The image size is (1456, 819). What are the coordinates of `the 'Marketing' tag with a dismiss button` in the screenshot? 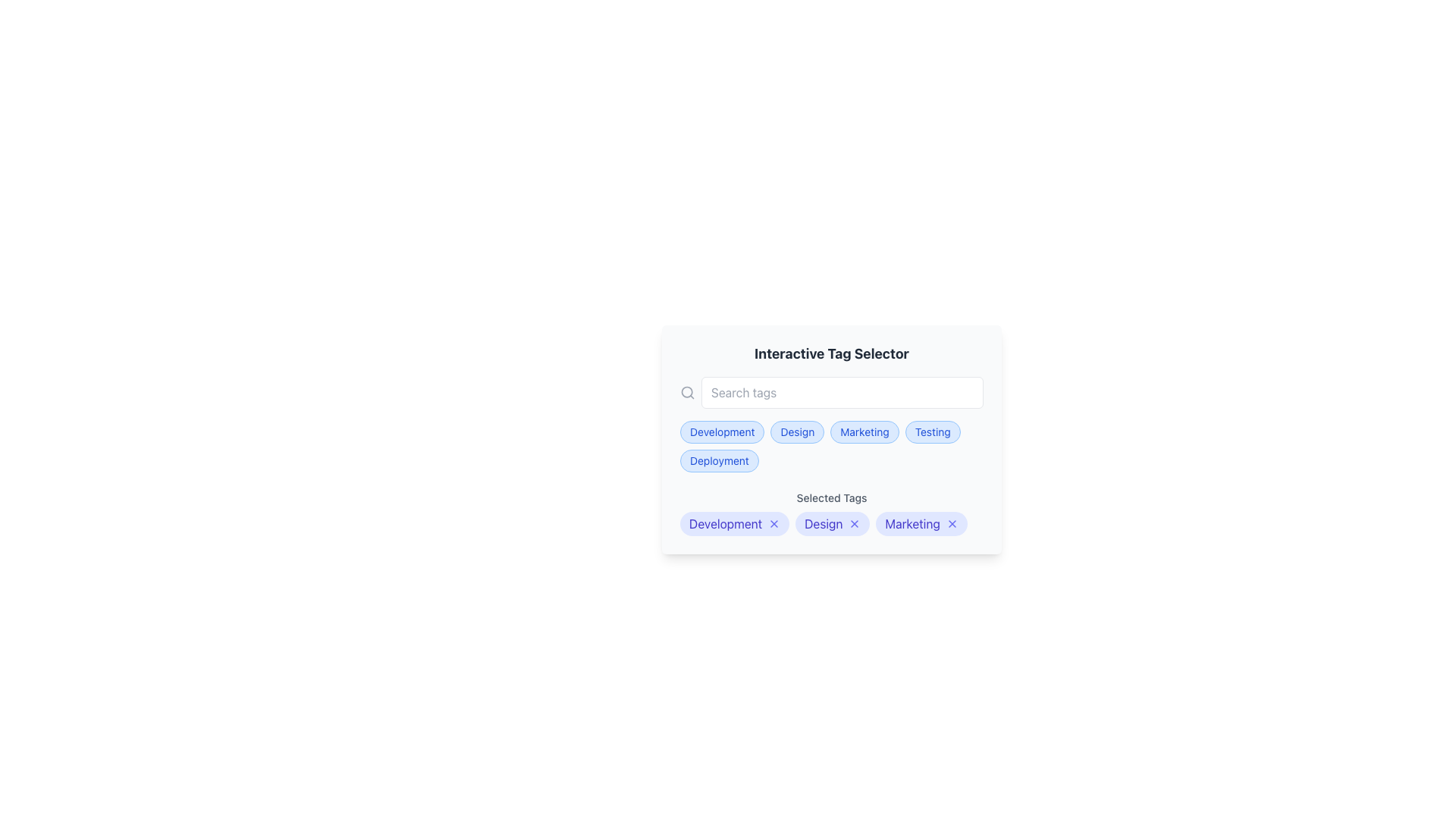 It's located at (921, 522).